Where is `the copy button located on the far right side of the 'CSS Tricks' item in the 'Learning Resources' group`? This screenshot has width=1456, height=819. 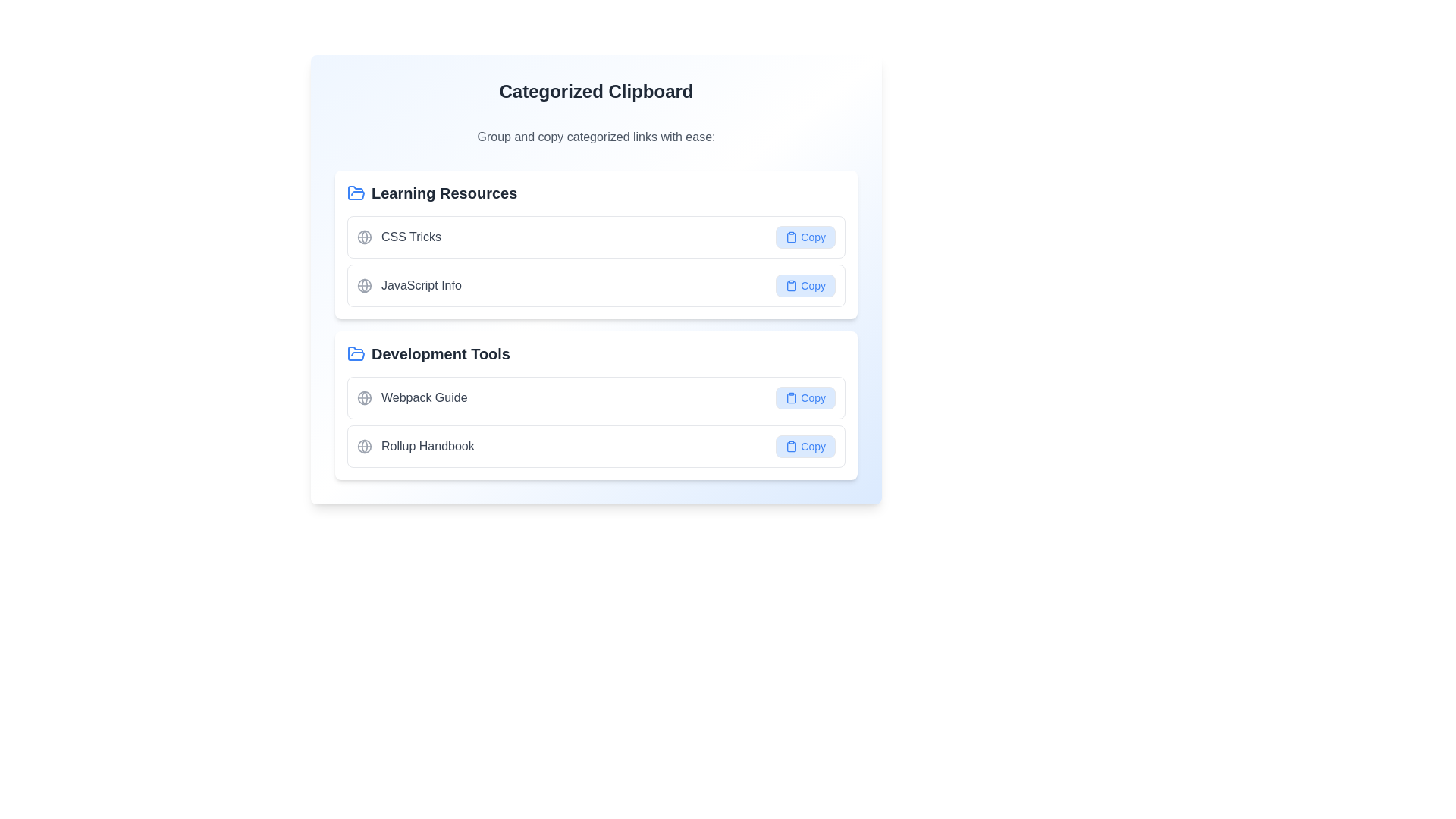
the copy button located on the far right side of the 'CSS Tricks' item in the 'Learning Resources' group is located at coordinates (805, 237).